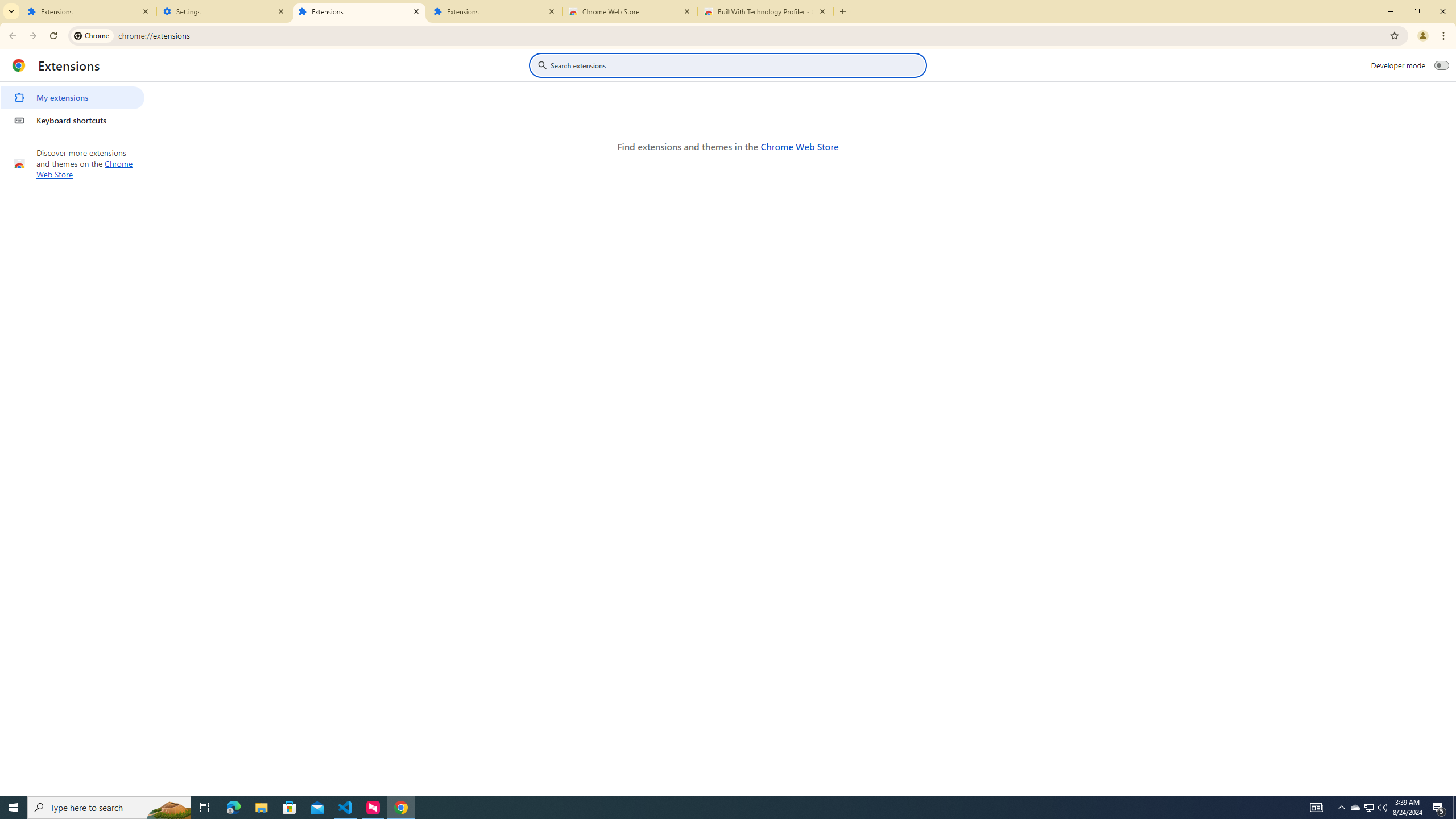 This screenshot has width=1456, height=819. Describe the element at coordinates (359, 11) in the screenshot. I see `'Extensions'` at that location.